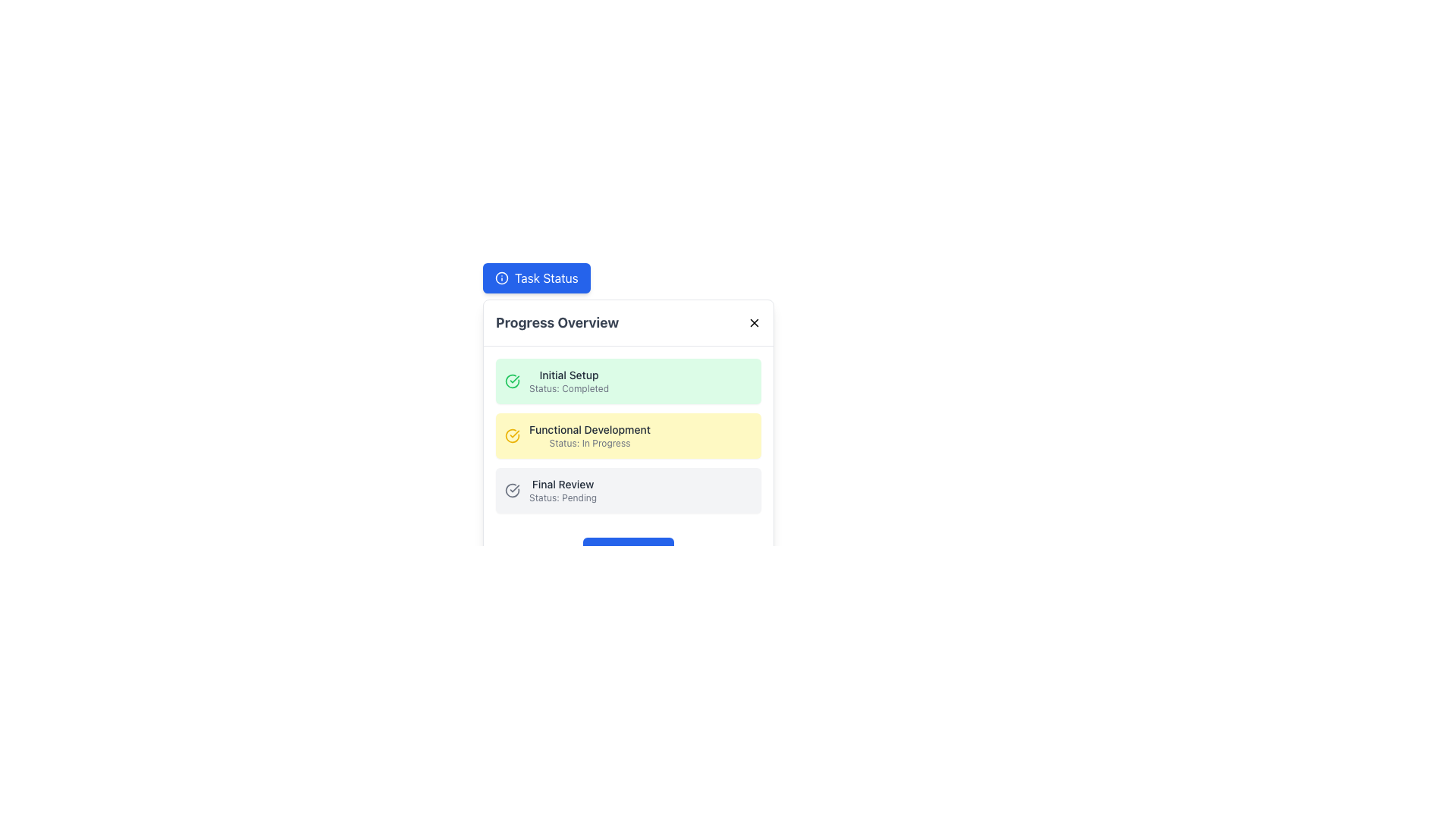  Describe the element at coordinates (588, 444) in the screenshot. I see `the text label displaying 'Status: In Progress', which is styled with a small gray font and located beneath the section heading 'Functional Development'` at that location.